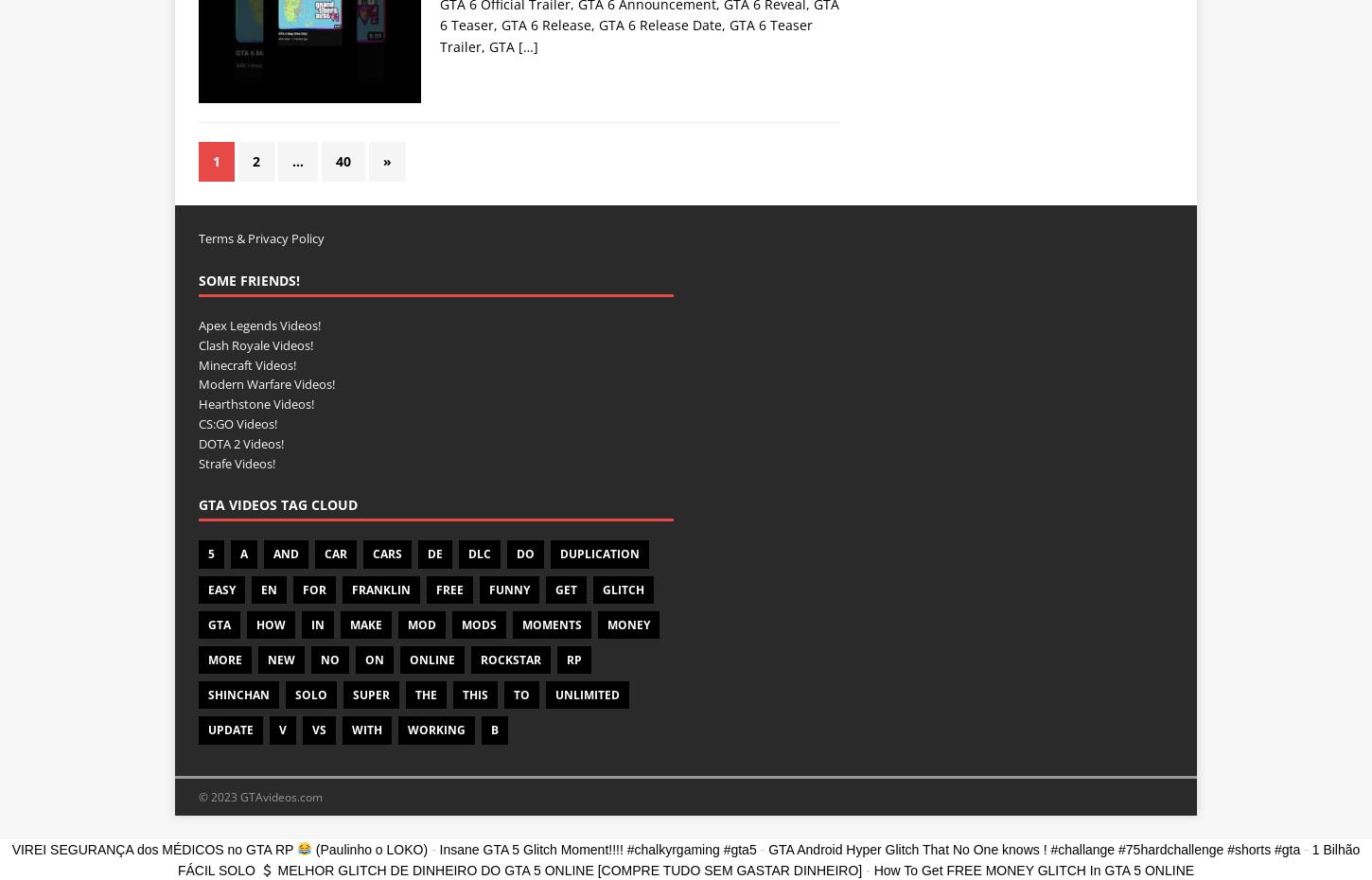 The image size is (1372, 880). I want to click on 'THIS', so click(475, 695).